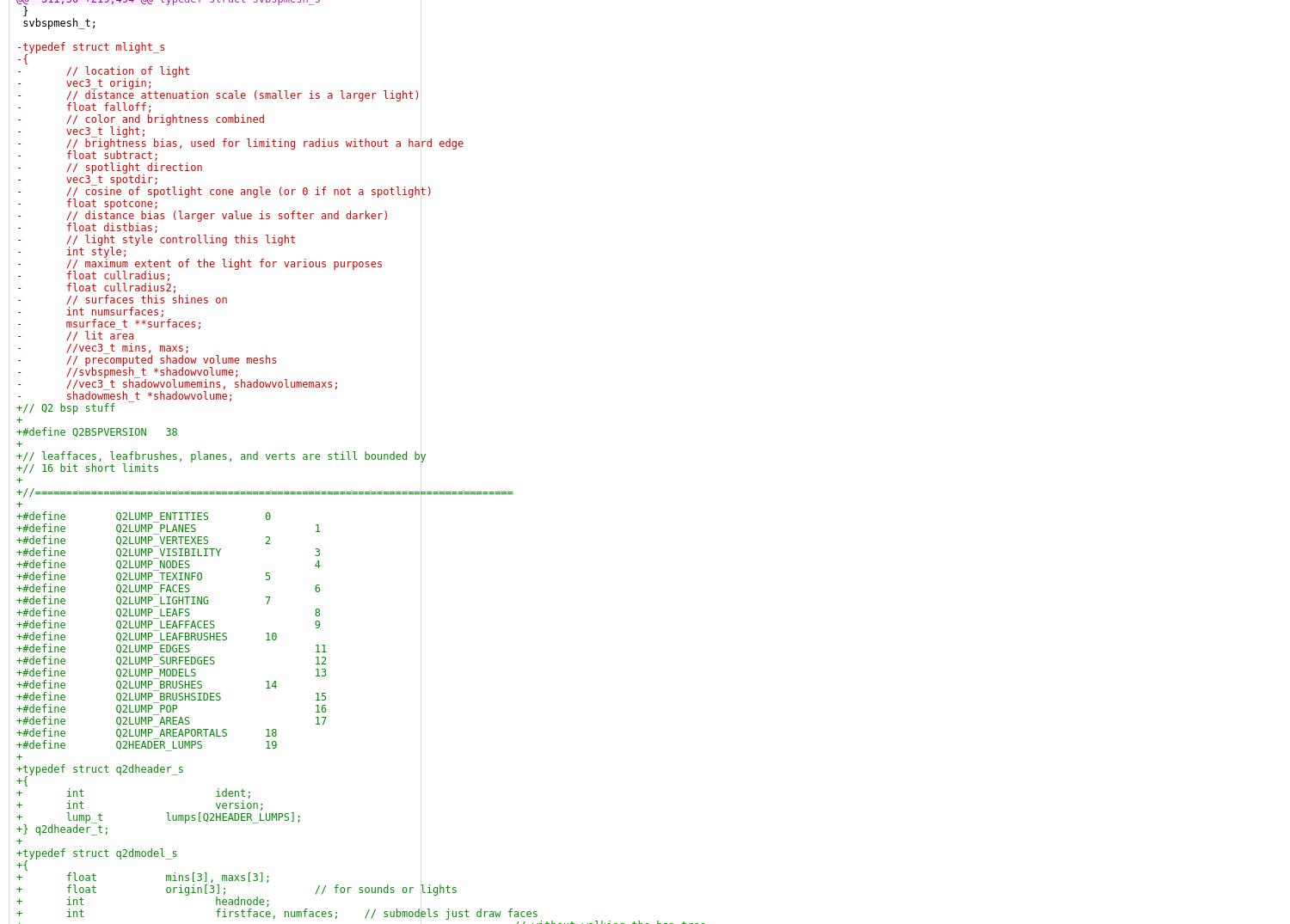  What do you see at coordinates (168, 588) in the screenshot?
I see `'+#define        Q2LUMP_FACES                    6'` at bounding box center [168, 588].